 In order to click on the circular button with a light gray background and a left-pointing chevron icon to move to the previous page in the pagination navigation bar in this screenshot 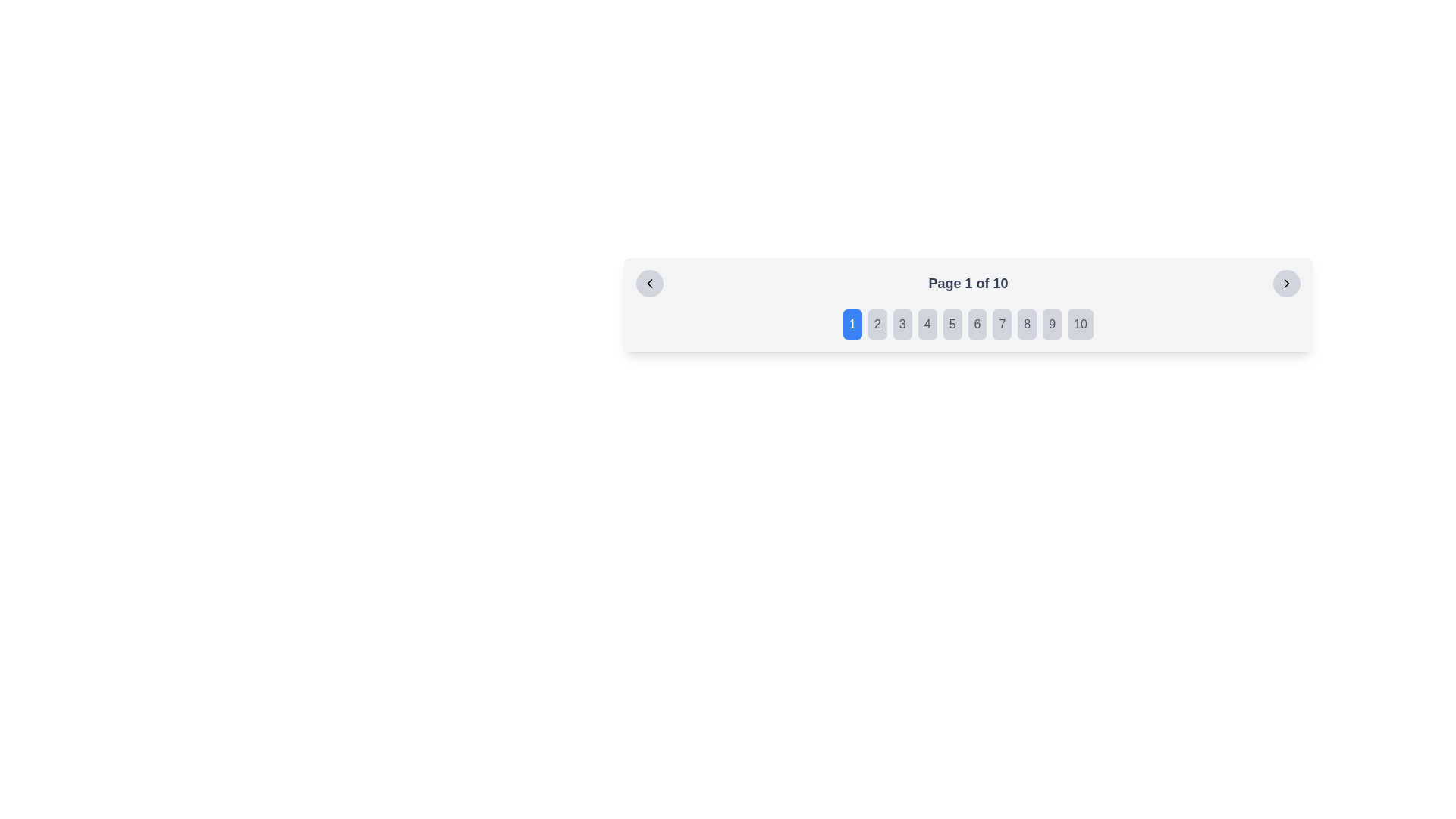, I will do `click(650, 284)`.